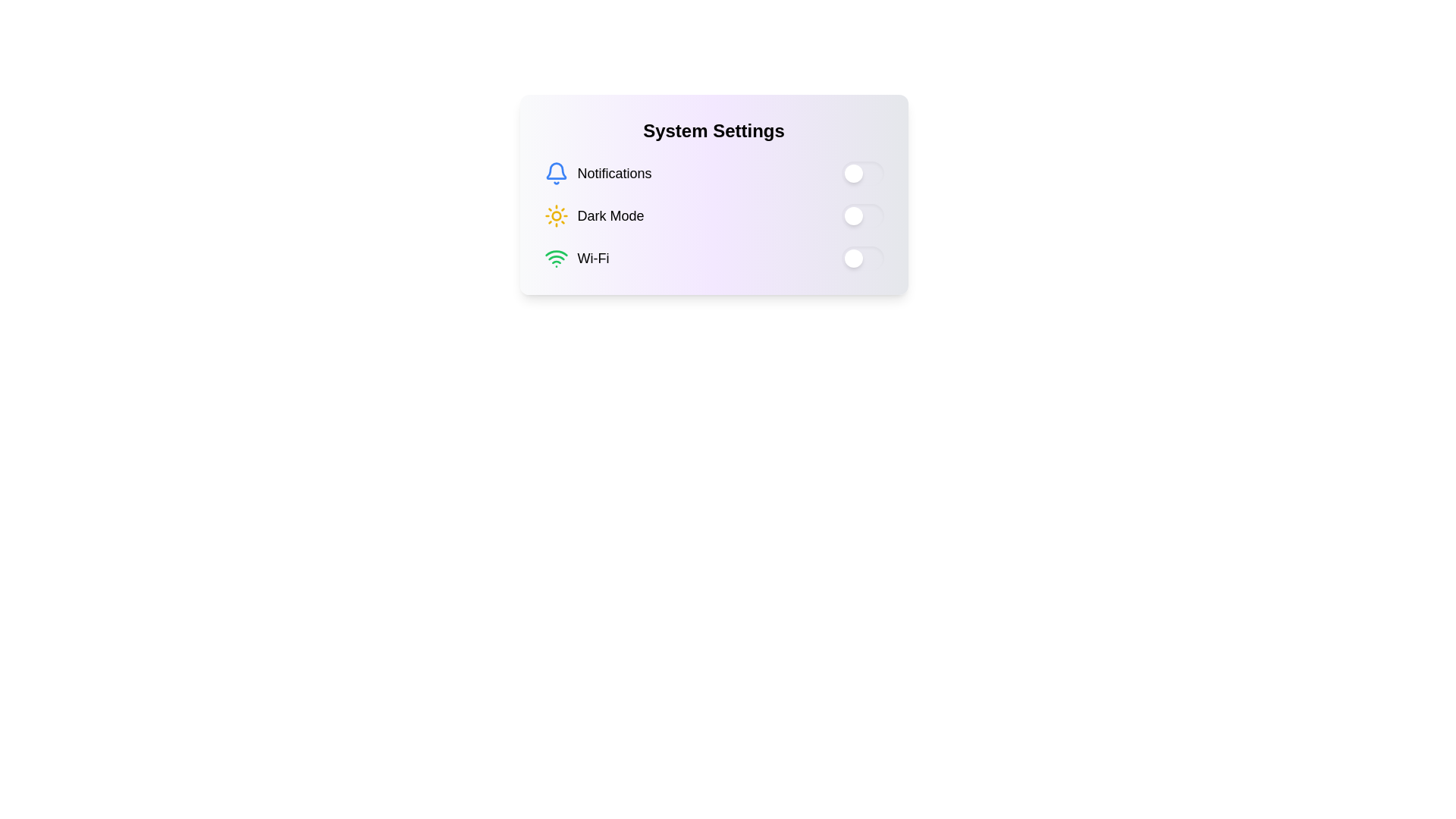 This screenshot has width=1456, height=819. I want to click on the topmost arc of the Wi-Fi icon located in the settings panel, which serves a decorative and symbolic purpose, so click(555, 253).